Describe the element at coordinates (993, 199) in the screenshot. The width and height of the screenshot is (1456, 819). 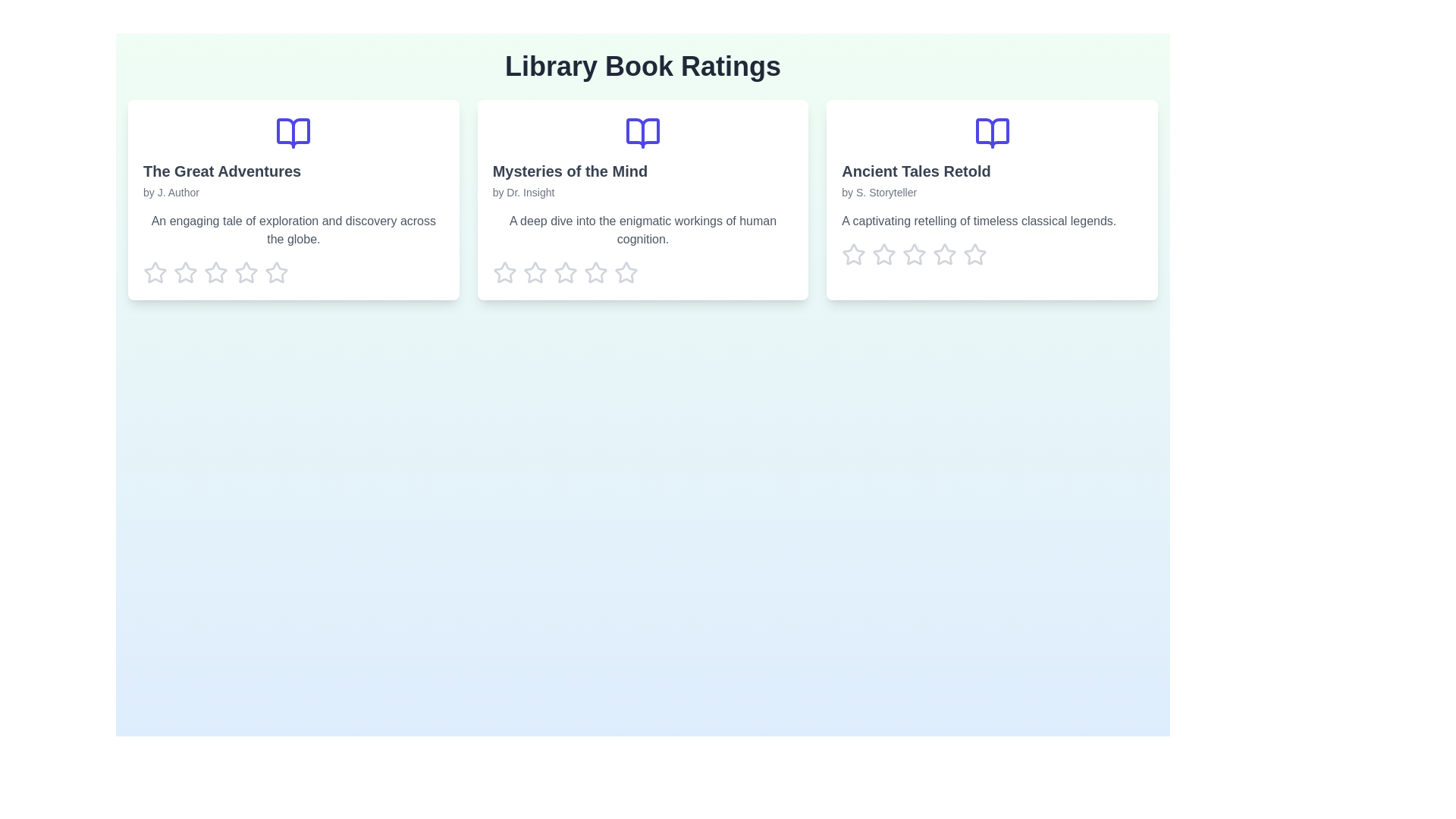
I see `the description of the book titled 'Ancient Tales Retold'` at that location.